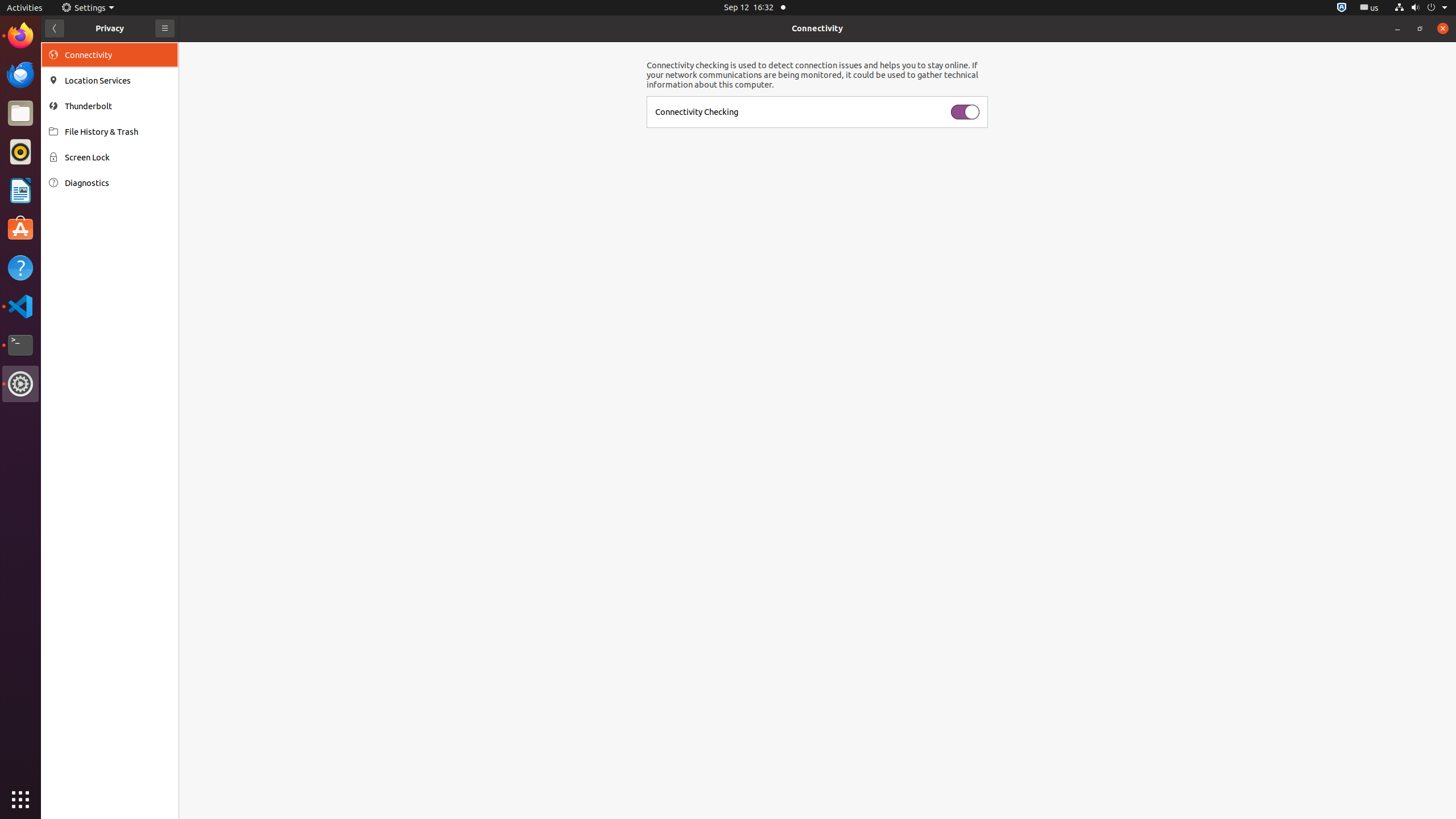 The image size is (1456, 819). I want to click on 'Trash', so click(76, 107).